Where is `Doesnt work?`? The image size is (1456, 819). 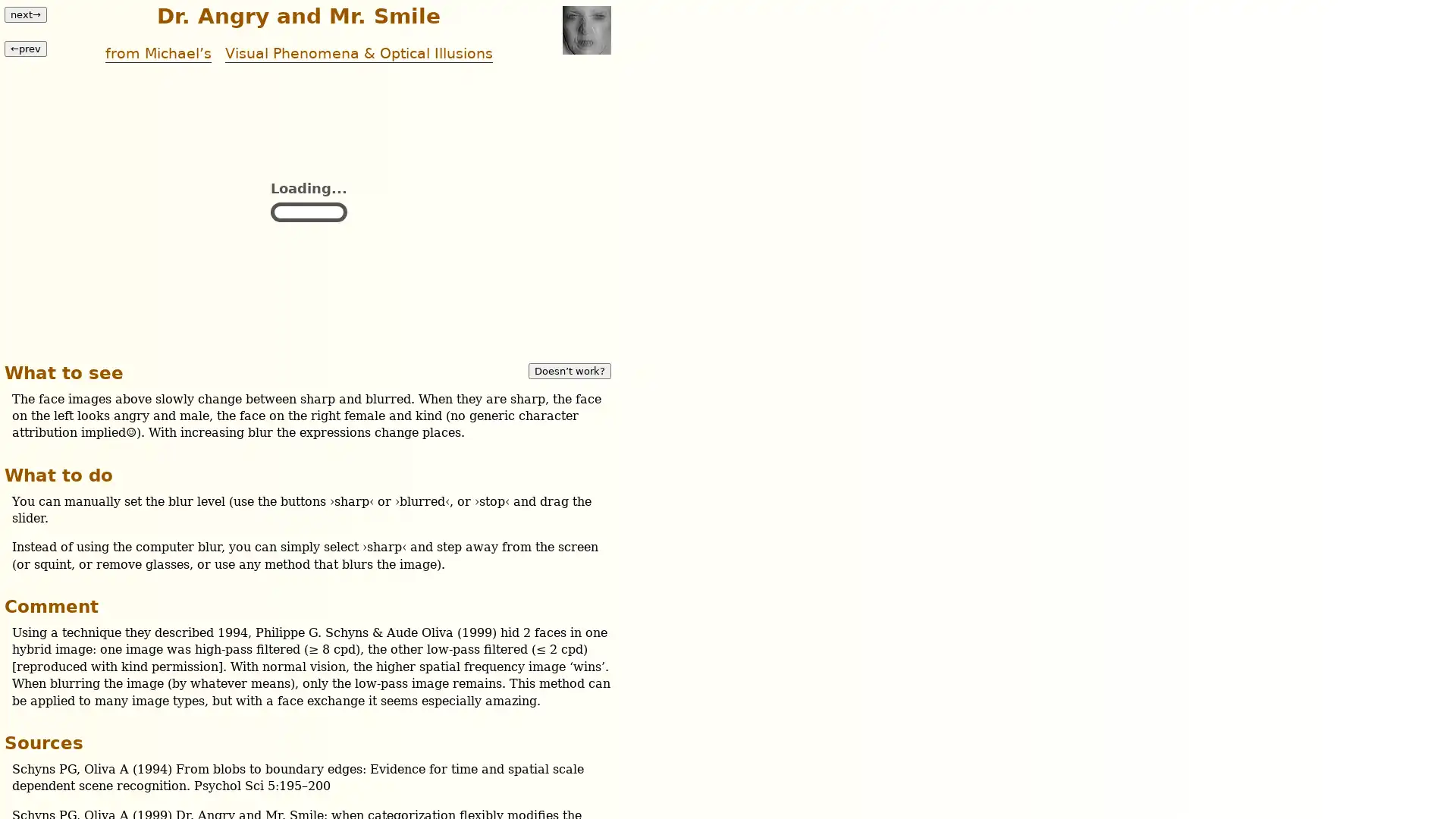 Doesnt work? is located at coordinates (569, 370).